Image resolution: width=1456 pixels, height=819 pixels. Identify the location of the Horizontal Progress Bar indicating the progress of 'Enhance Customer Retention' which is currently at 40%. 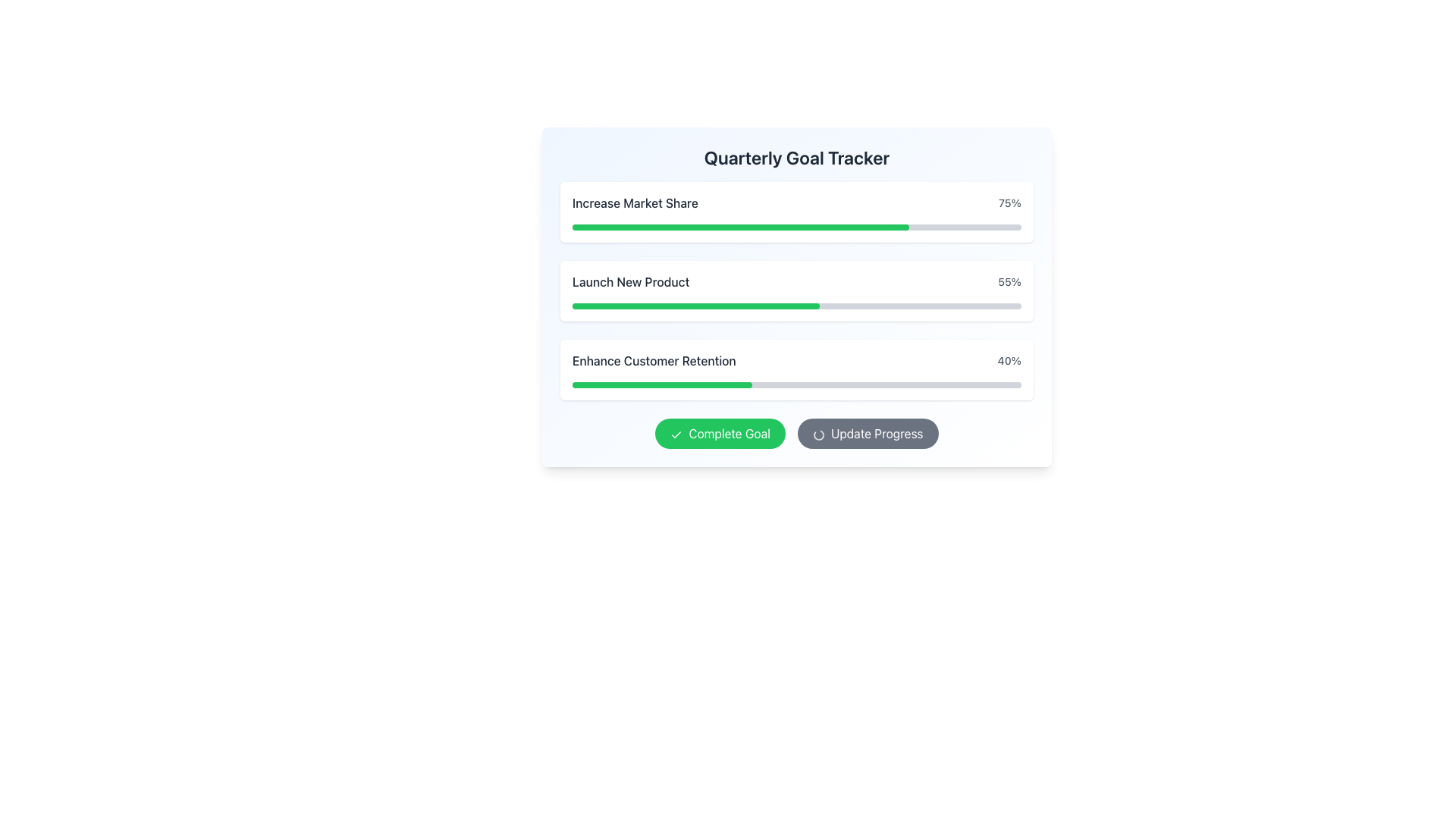
(796, 384).